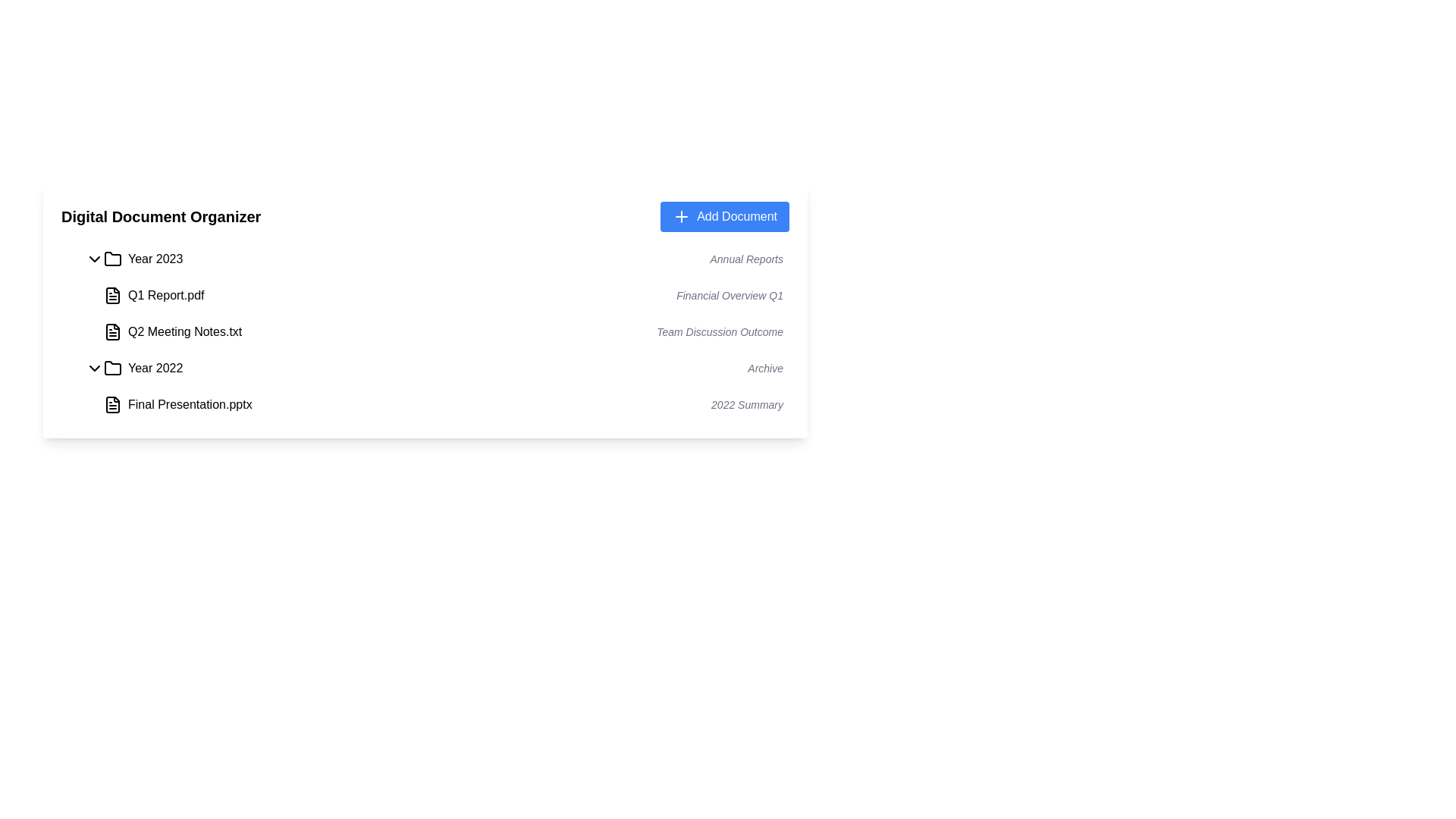  I want to click on the chevron icon toggle for the 'Year 2023 Annual Reports', so click(93, 259).